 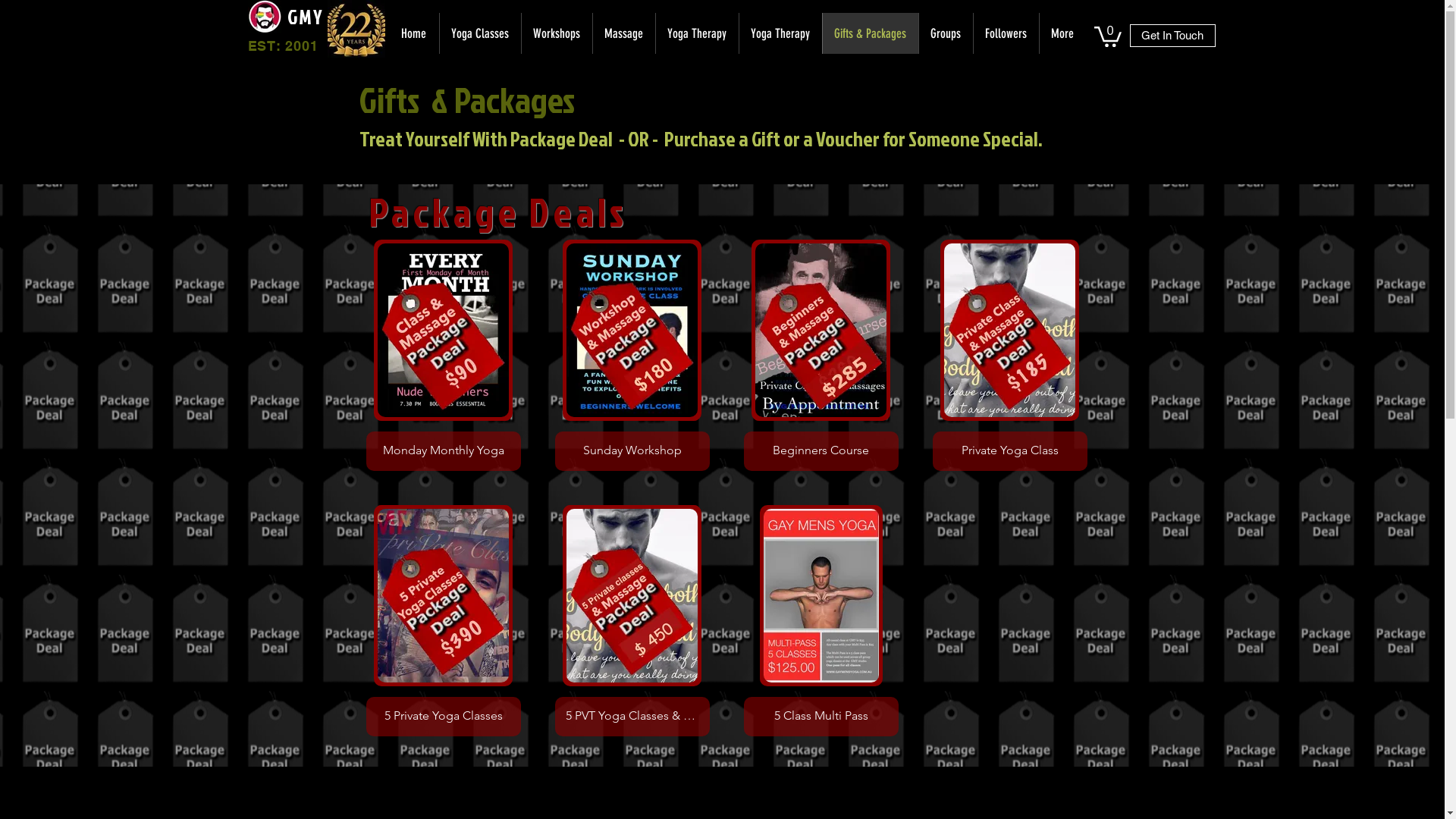 What do you see at coordinates (632, 355) in the screenshot?
I see `'Sunday Workshop` at bounding box center [632, 355].